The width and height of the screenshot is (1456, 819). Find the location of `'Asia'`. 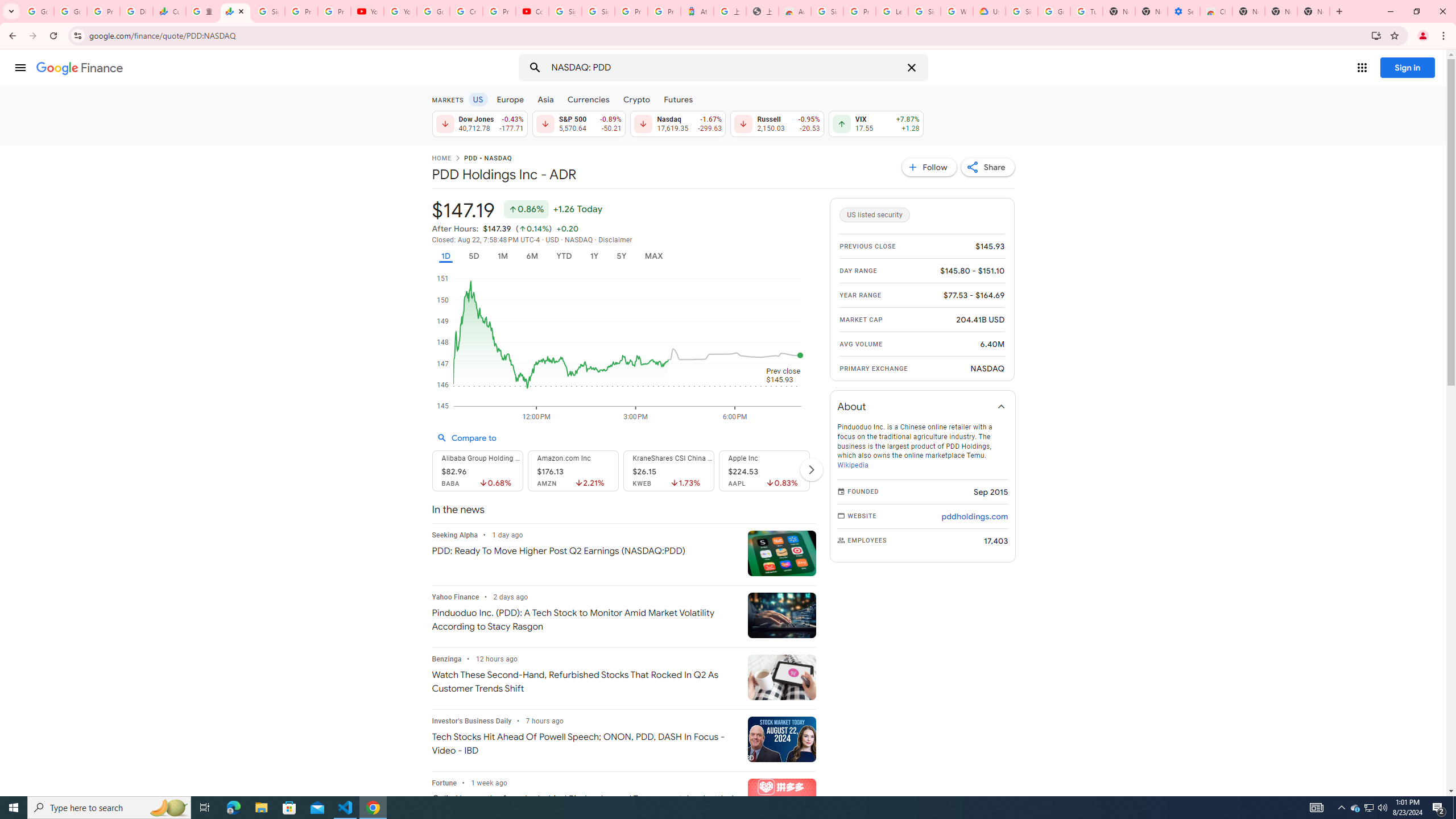

'Asia' is located at coordinates (545, 98).